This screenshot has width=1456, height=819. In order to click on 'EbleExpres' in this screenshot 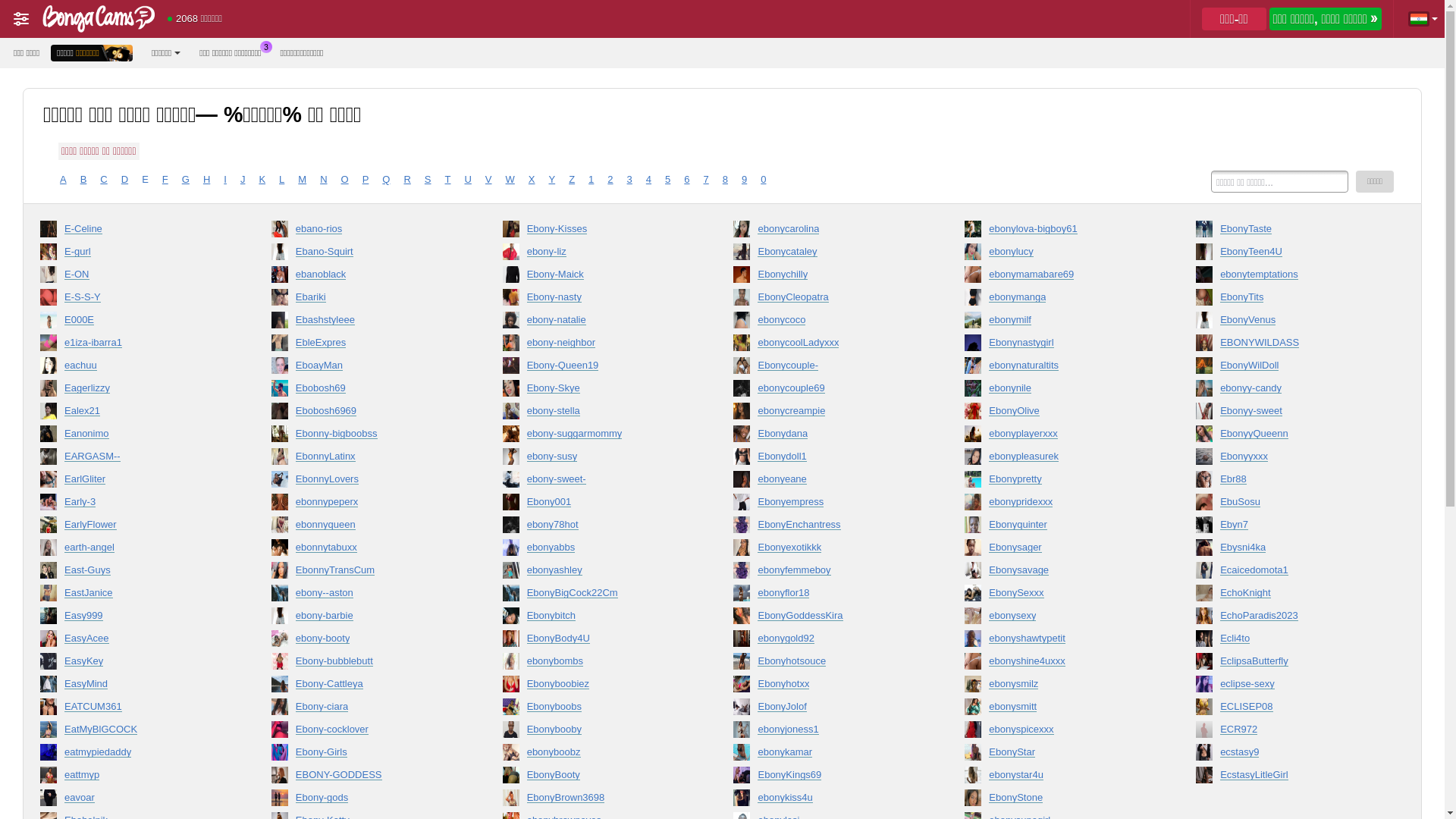, I will do `click(365, 345)`.